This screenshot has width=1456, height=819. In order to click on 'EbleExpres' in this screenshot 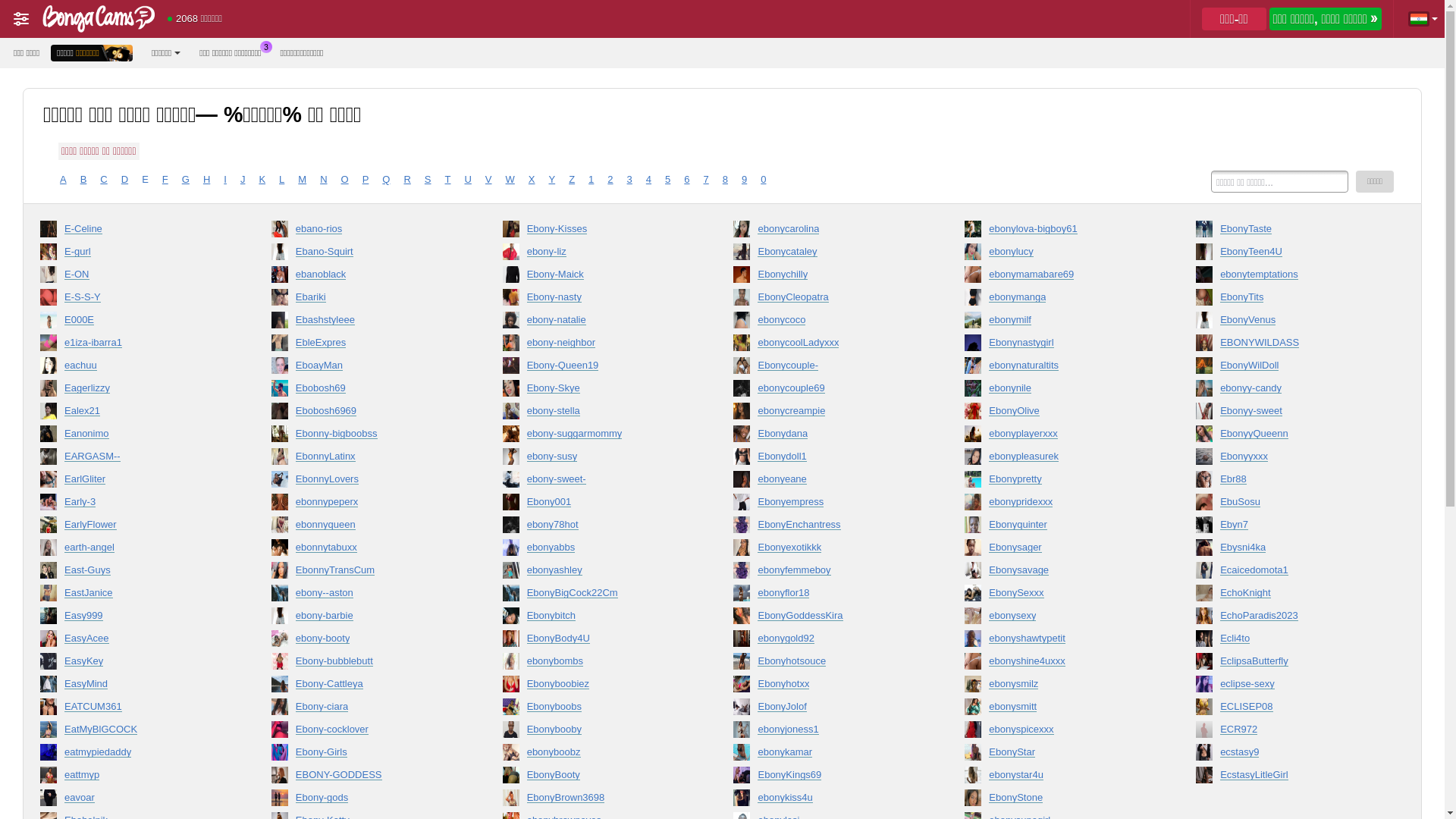, I will do `click(365, 345)`.